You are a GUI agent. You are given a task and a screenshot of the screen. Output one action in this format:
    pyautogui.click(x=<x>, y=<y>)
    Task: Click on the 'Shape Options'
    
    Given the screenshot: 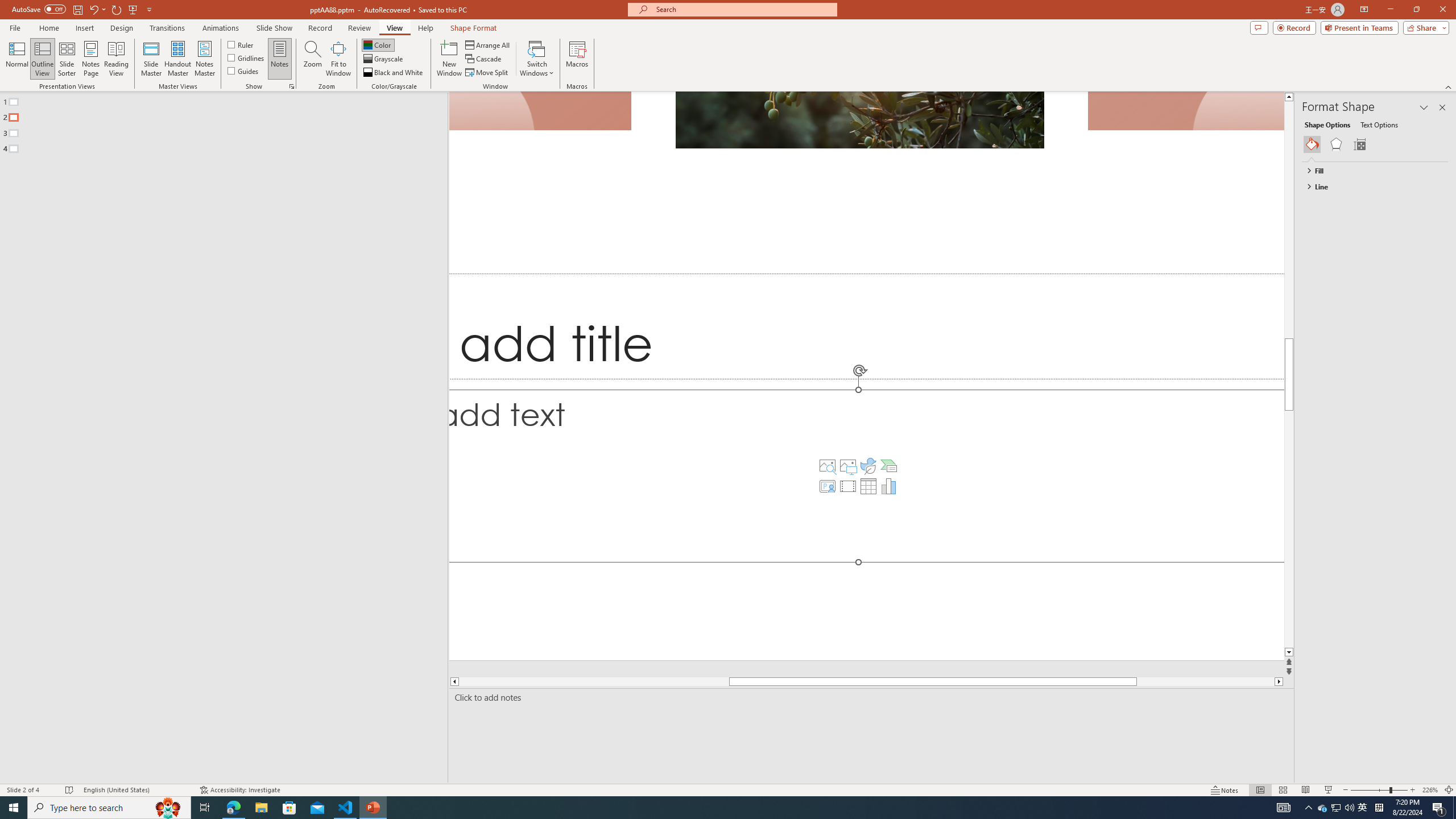 What is the action you would take?
    pyautogui.click(x=1327, y=124)
    